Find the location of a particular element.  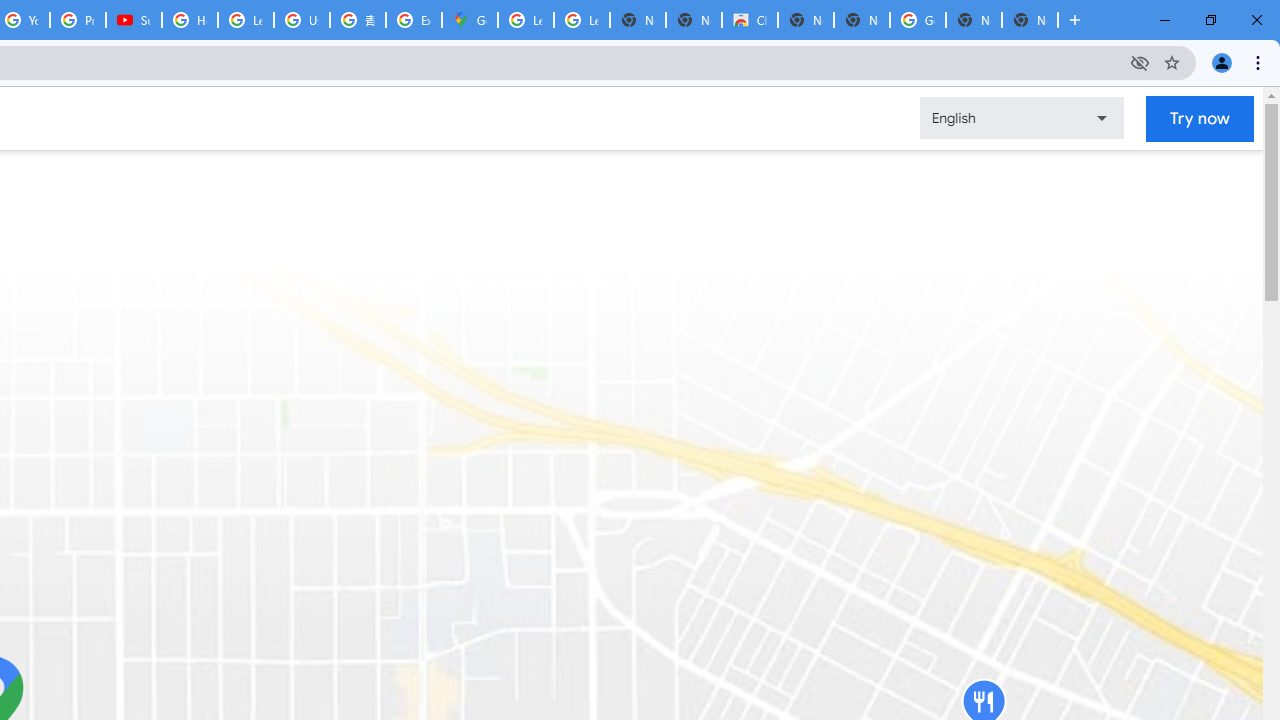

'Subscriptions - YouTube' is located at coordinates (133, 20).